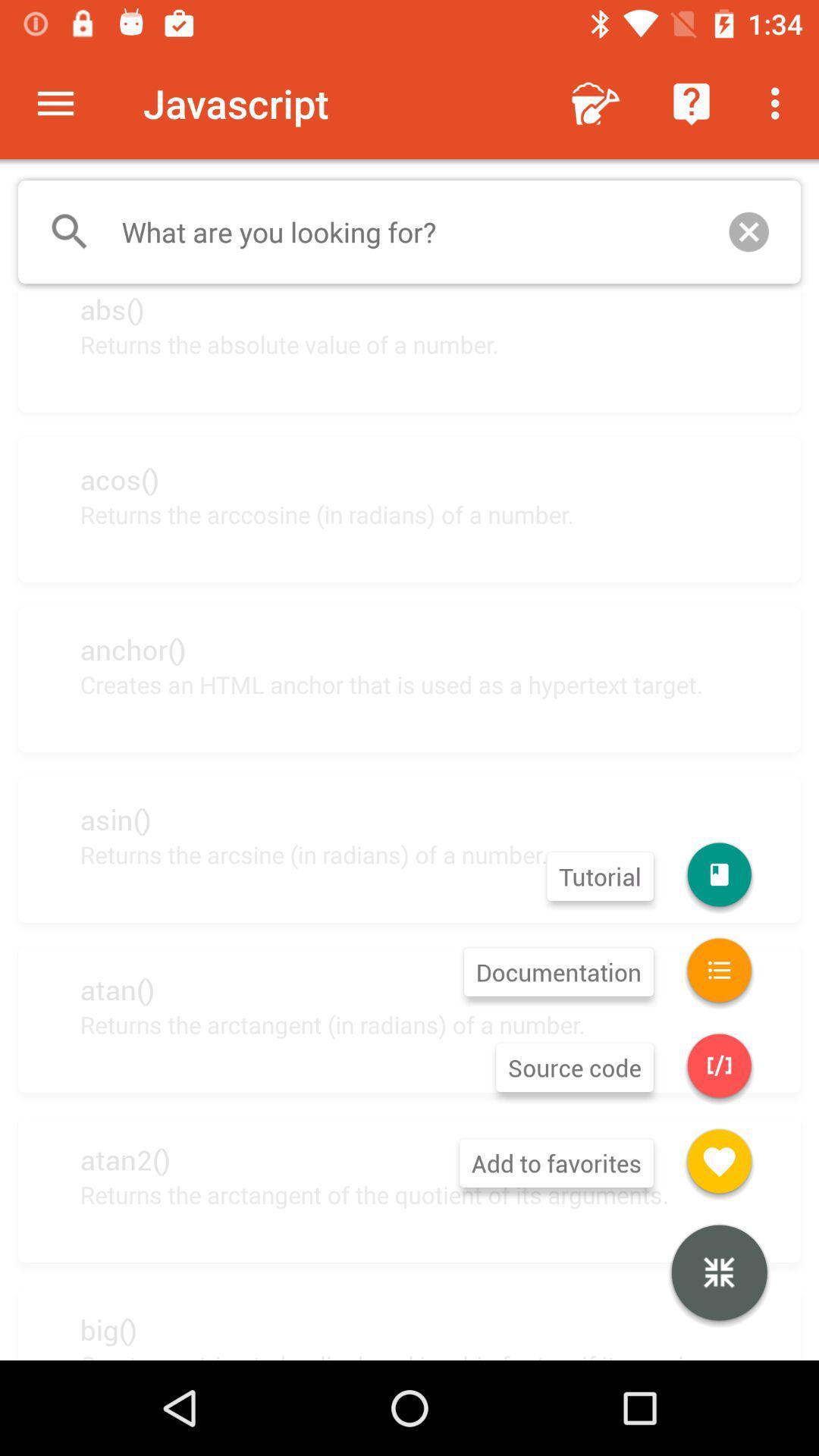  I want to click on item next to the javascript, so click(55, 102).